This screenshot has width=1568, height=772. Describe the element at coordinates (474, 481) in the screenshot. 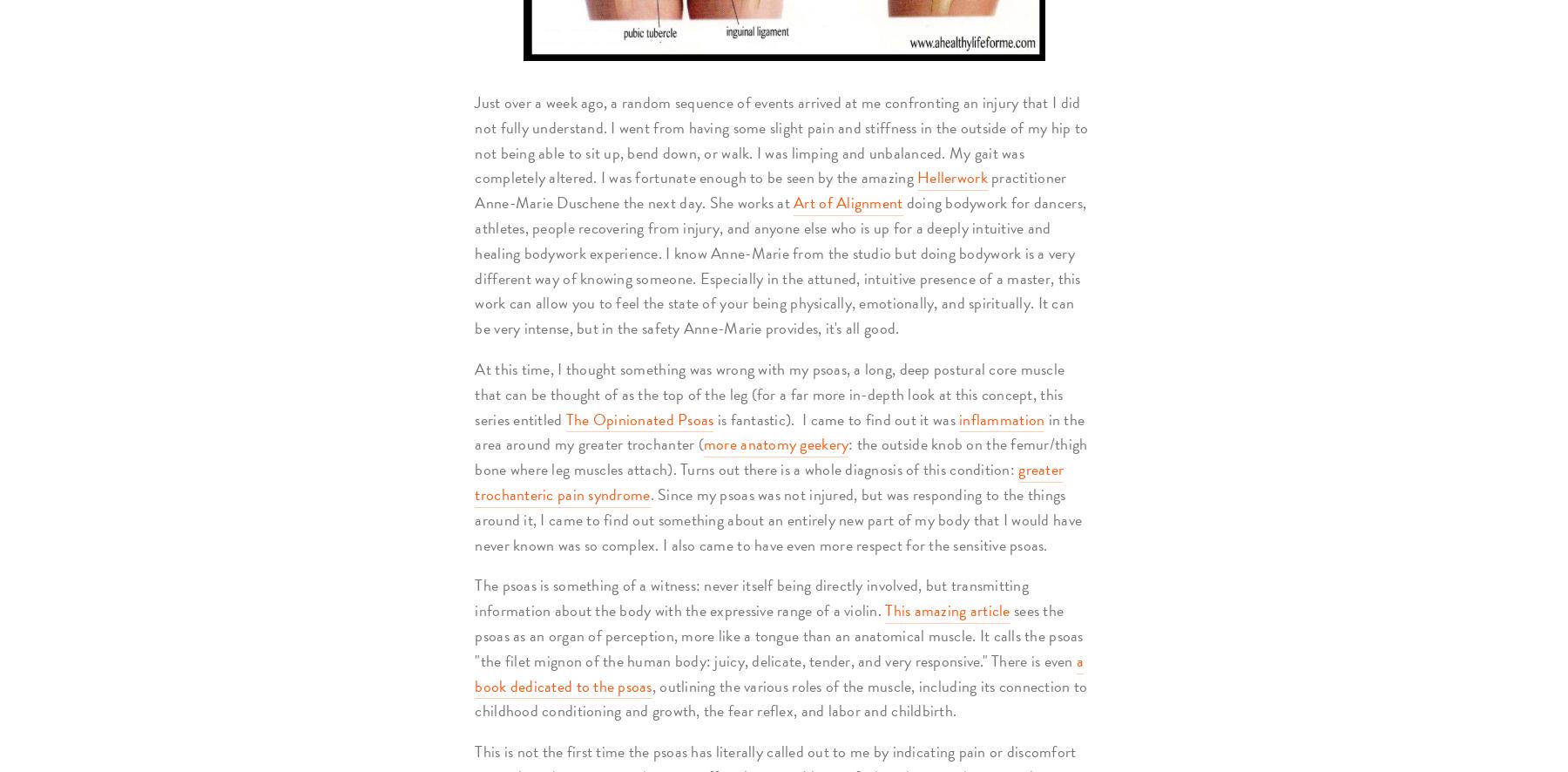

I see `'greater trochanteric pain syndrome'` at that location.